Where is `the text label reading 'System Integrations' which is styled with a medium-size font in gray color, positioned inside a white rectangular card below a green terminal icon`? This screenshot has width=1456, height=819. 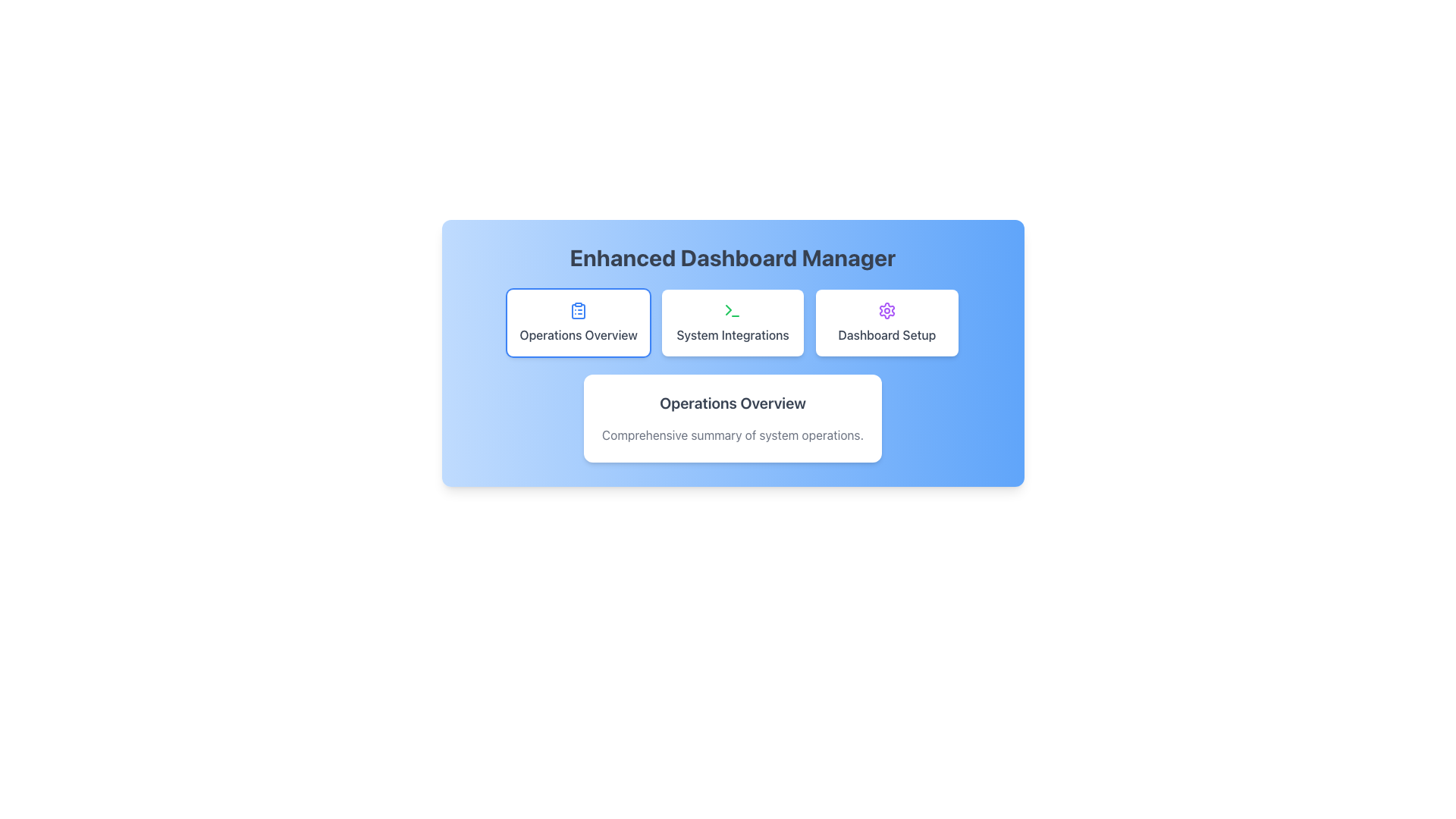
the text label reading 'System Integrations' which is styled with a medium-size font in gray color, positioned inside a white rectangular card below a green terminal icon is located at coordinates (733, 334).